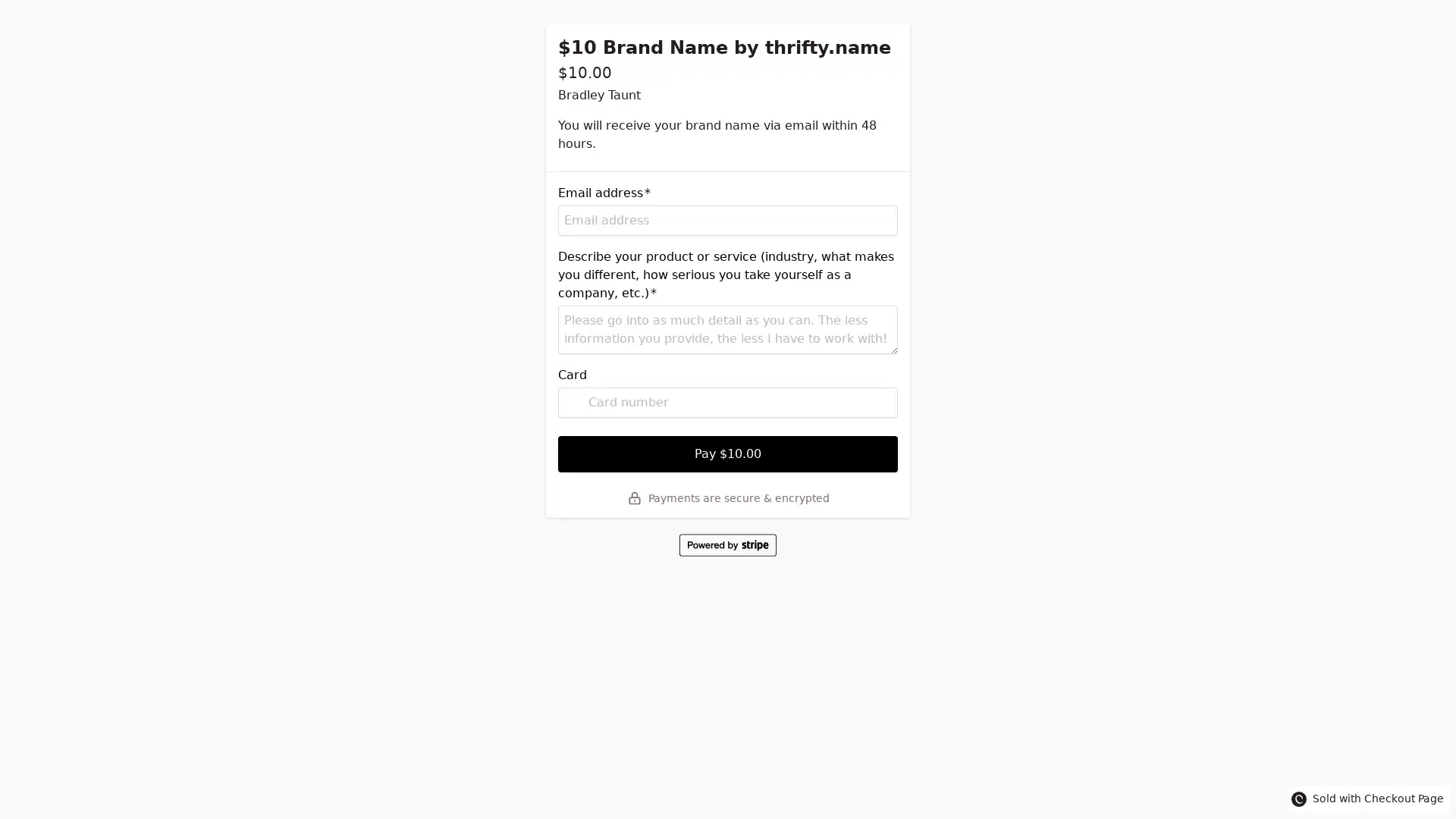 The image size is (1456, 819). I want to click on Pay $10.00, so click(728, 453).